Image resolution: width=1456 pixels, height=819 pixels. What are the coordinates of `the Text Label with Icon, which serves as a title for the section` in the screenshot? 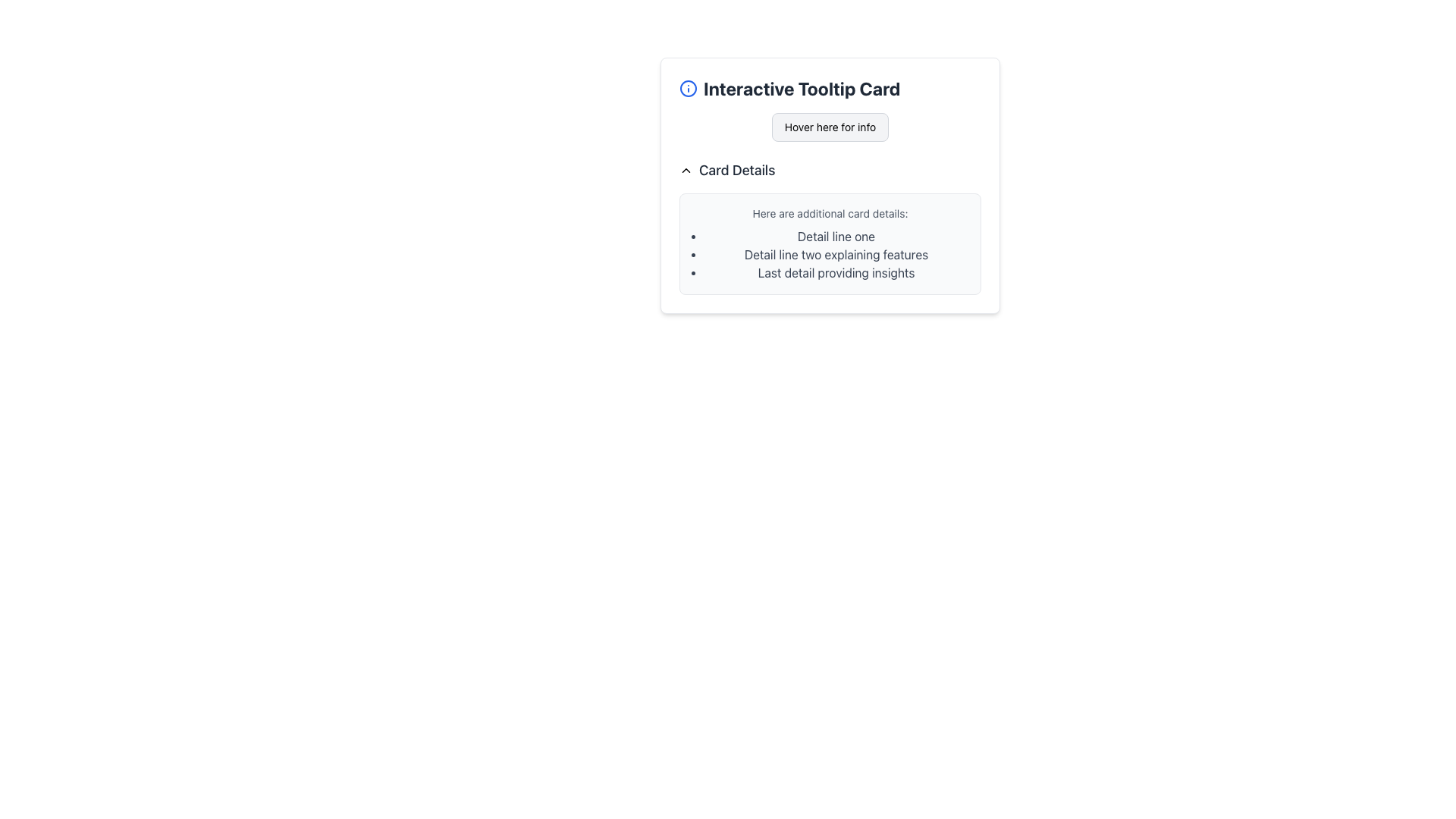 It's located at (829, 88).